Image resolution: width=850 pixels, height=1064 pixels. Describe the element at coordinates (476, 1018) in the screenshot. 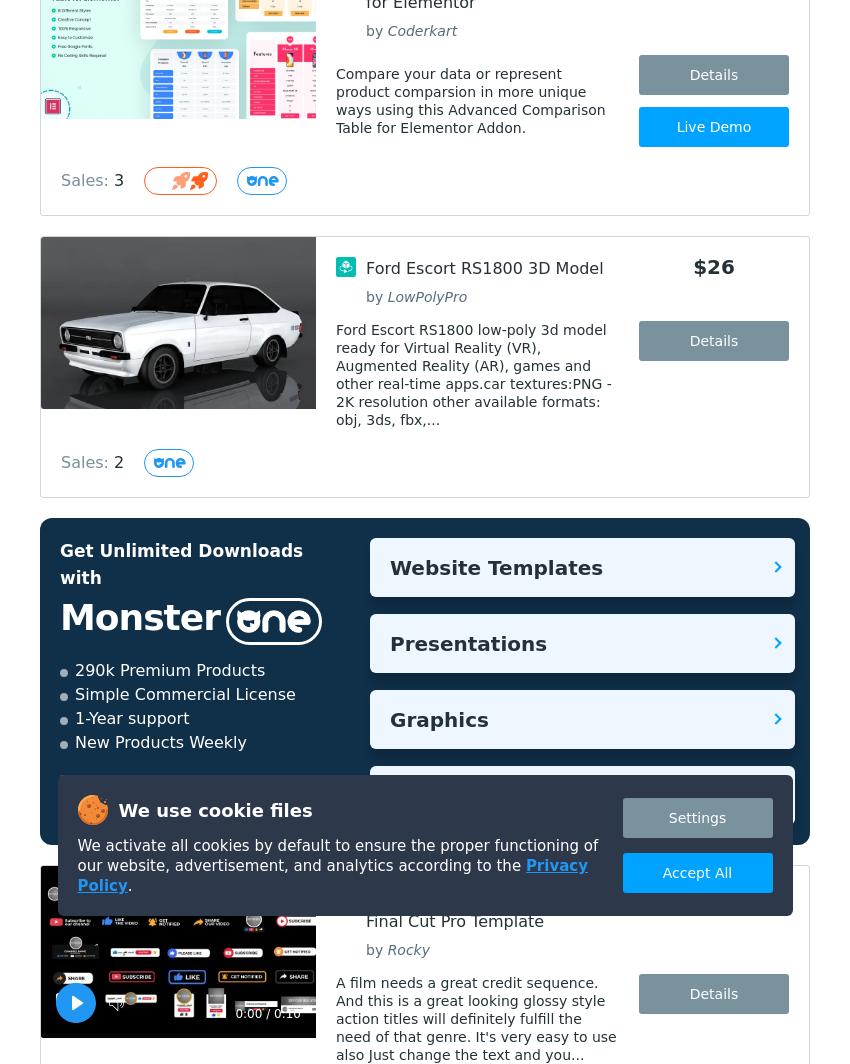

I see `'A film needs a great credit sequence. And this is a great looking glossy style action titles will definitely fulfill the need of that genre. It's very easy to use also Just change the text and you...'` at that location.